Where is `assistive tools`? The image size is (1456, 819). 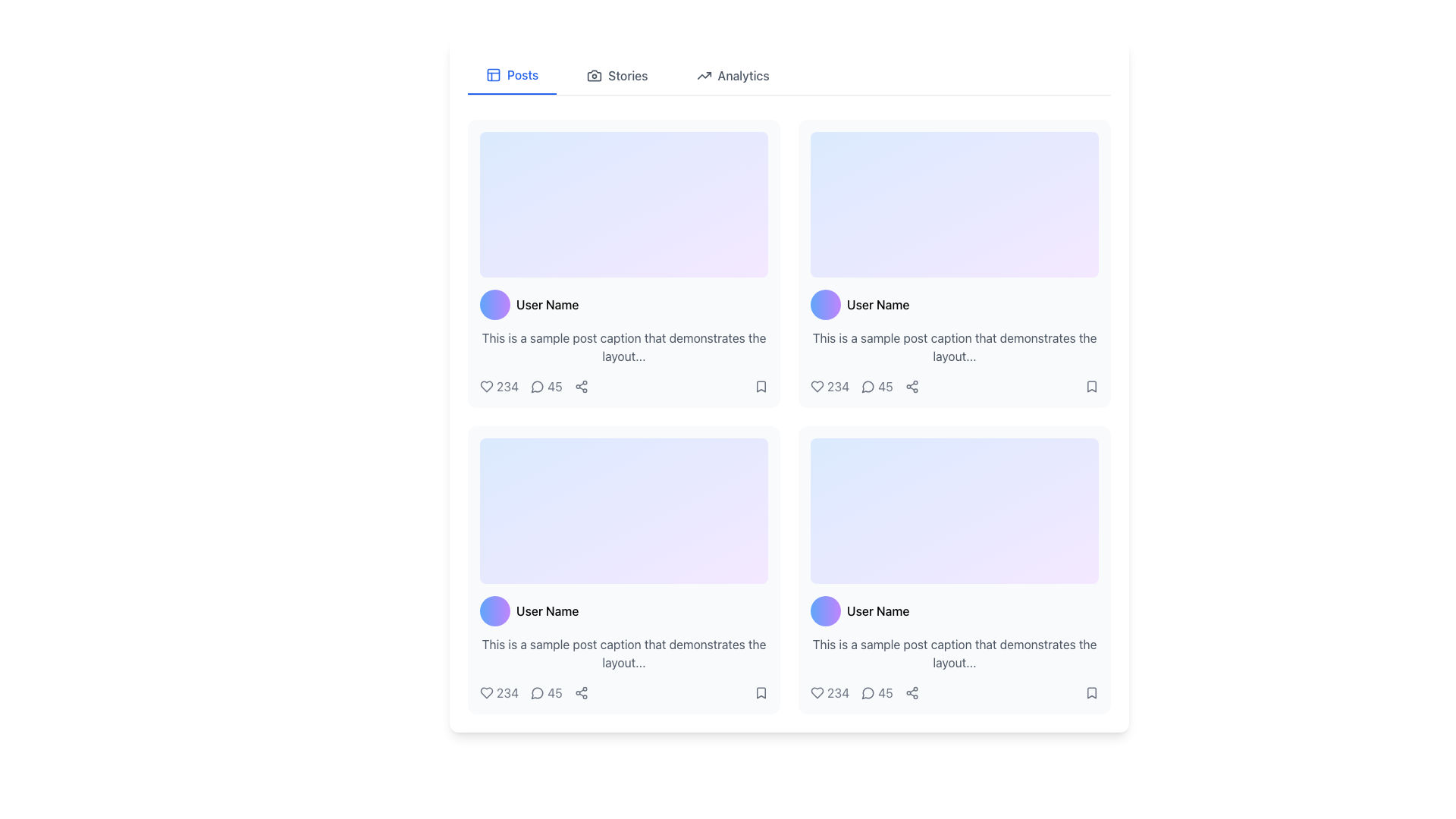 assistive tools is located at coordinates (817, 693).